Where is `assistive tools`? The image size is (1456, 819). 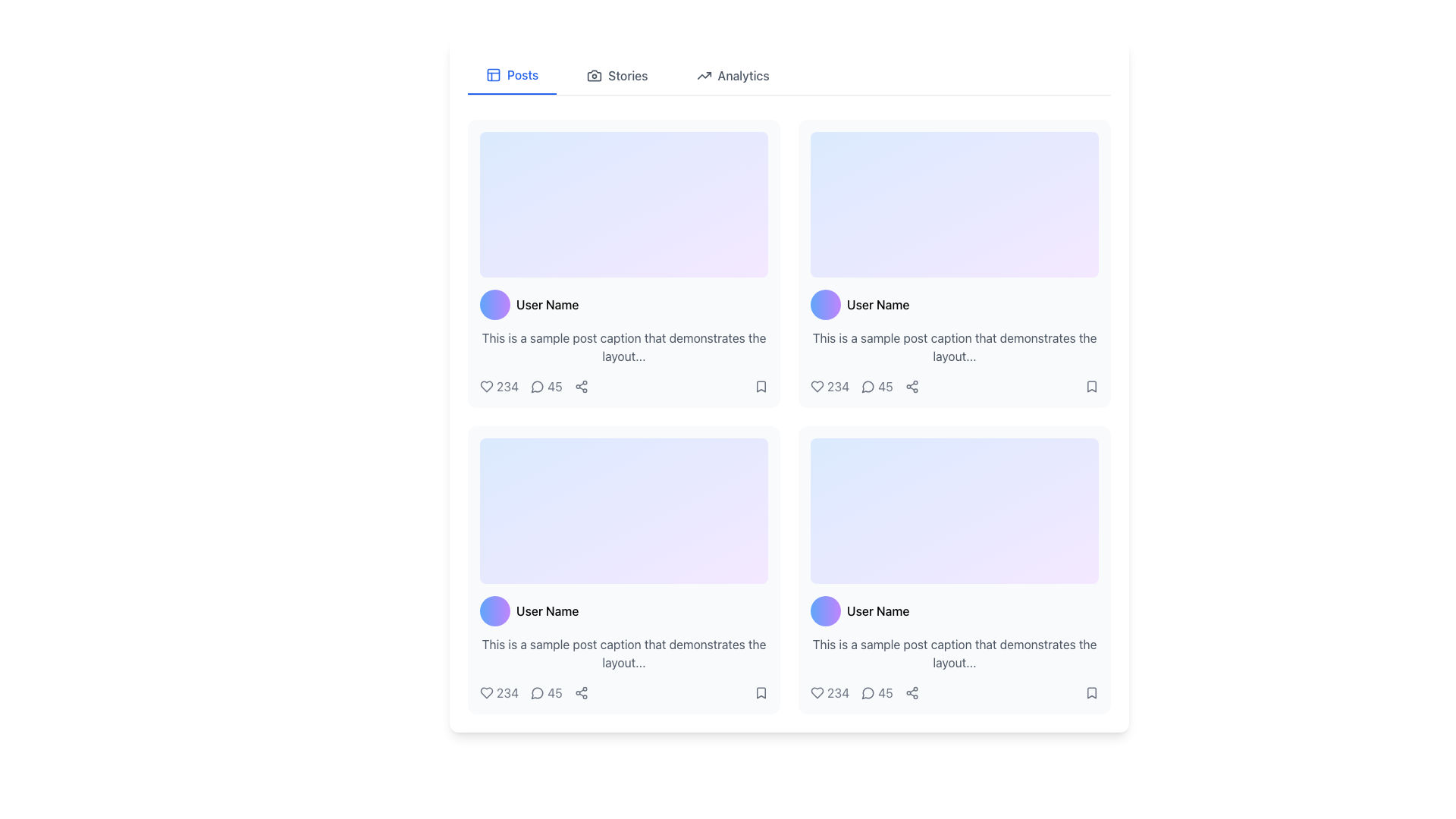 assistive tools is located at coordinates (817, 693).